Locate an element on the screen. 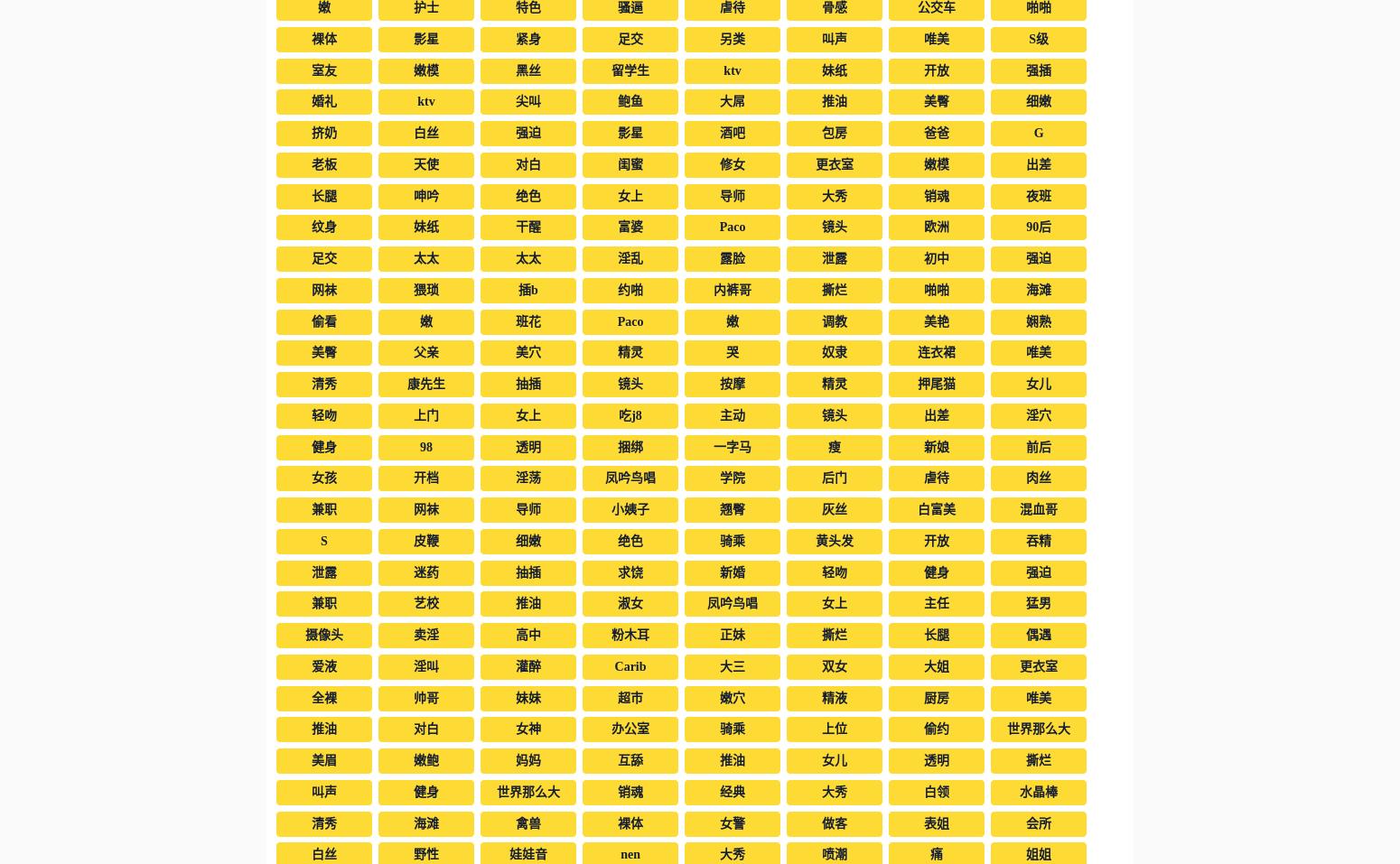 The width and height of the screenshot is (1400, 864). 'nen' is located at coordinates (629, 854).